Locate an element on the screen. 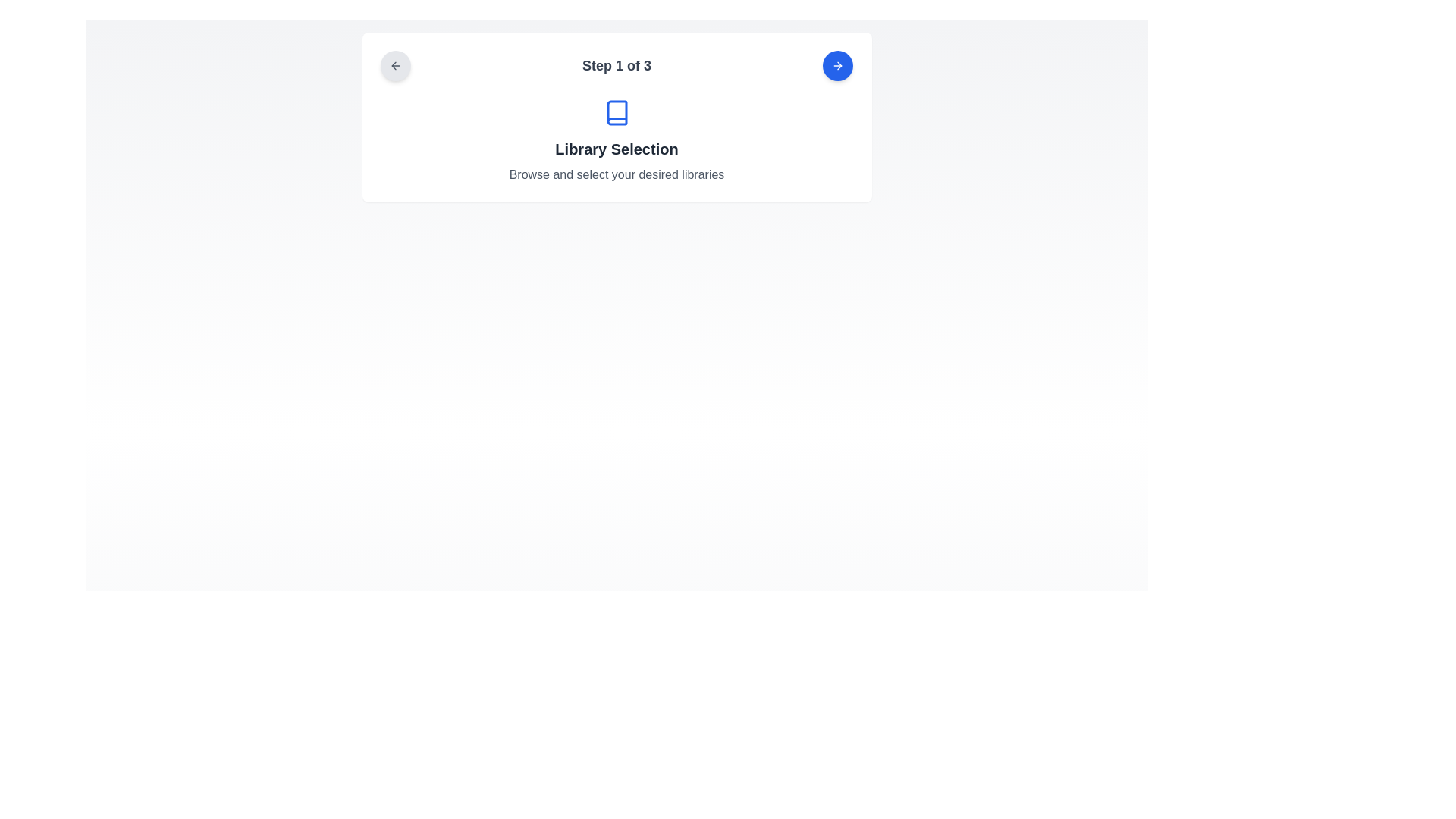  the blue book icon located above the text 'Library Selection' in the header area of the interface is located at coordinates (617, 112).